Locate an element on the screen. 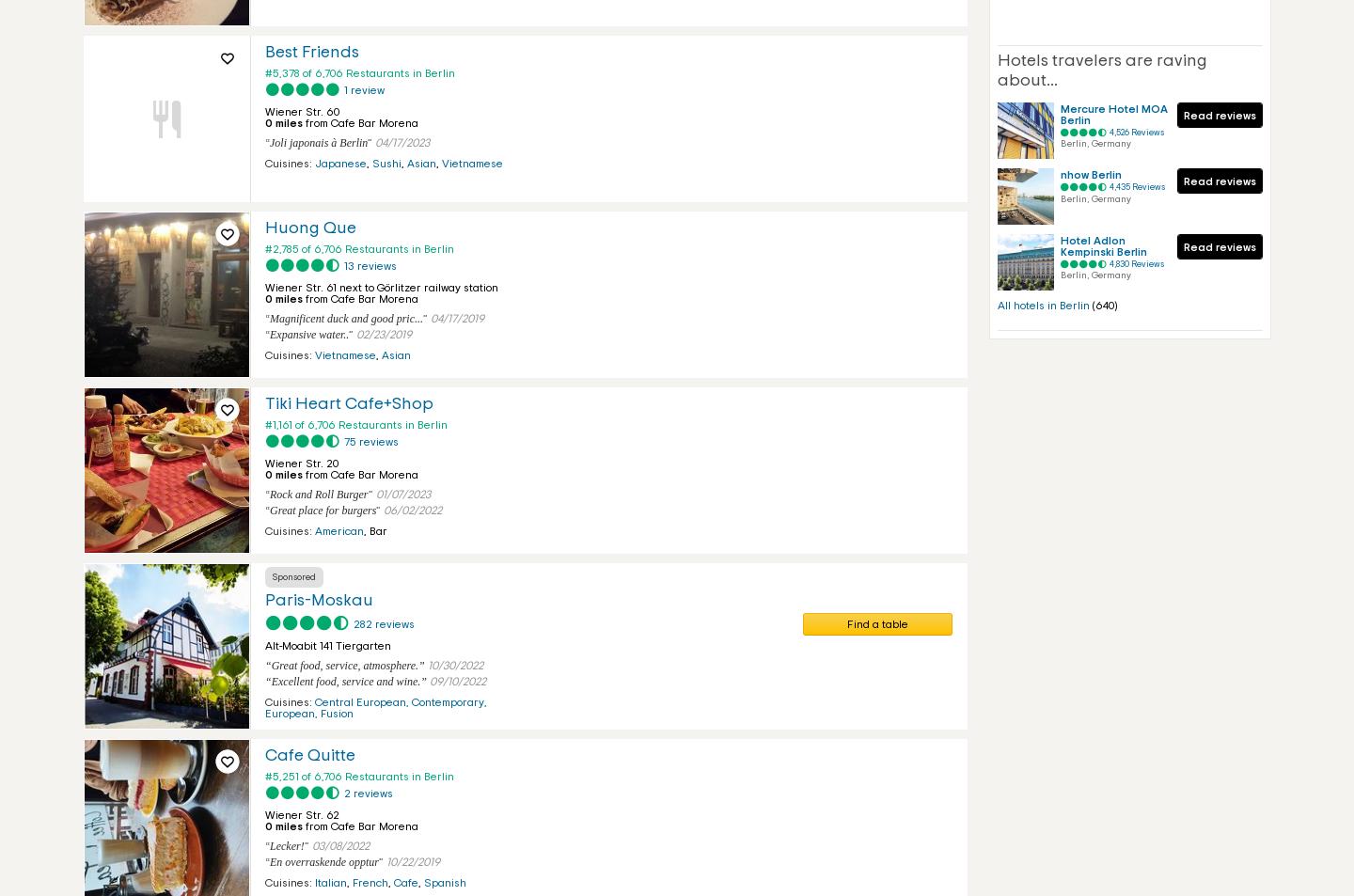 This screenshot has width=1354, height=896. '(640)' is located at coordinates (1105, 304).